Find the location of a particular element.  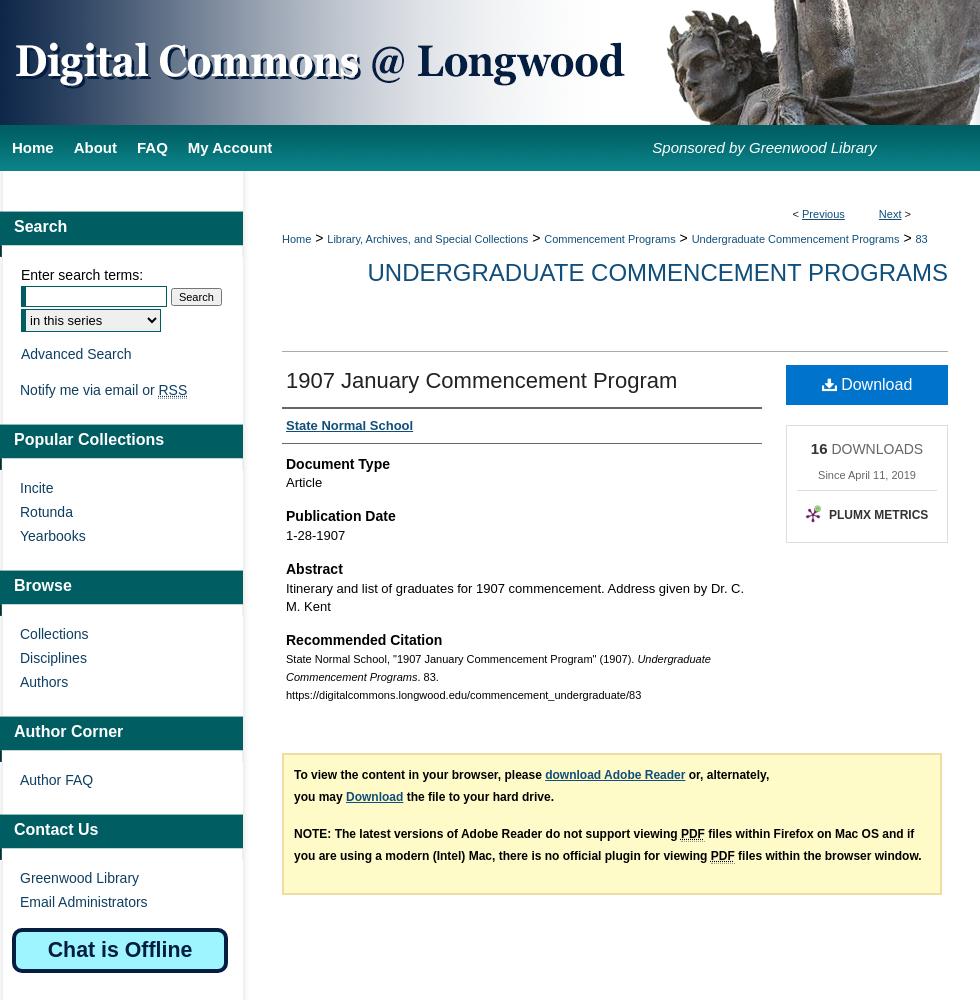

'DOWNLOADS' is located at coordinates (875, 447).